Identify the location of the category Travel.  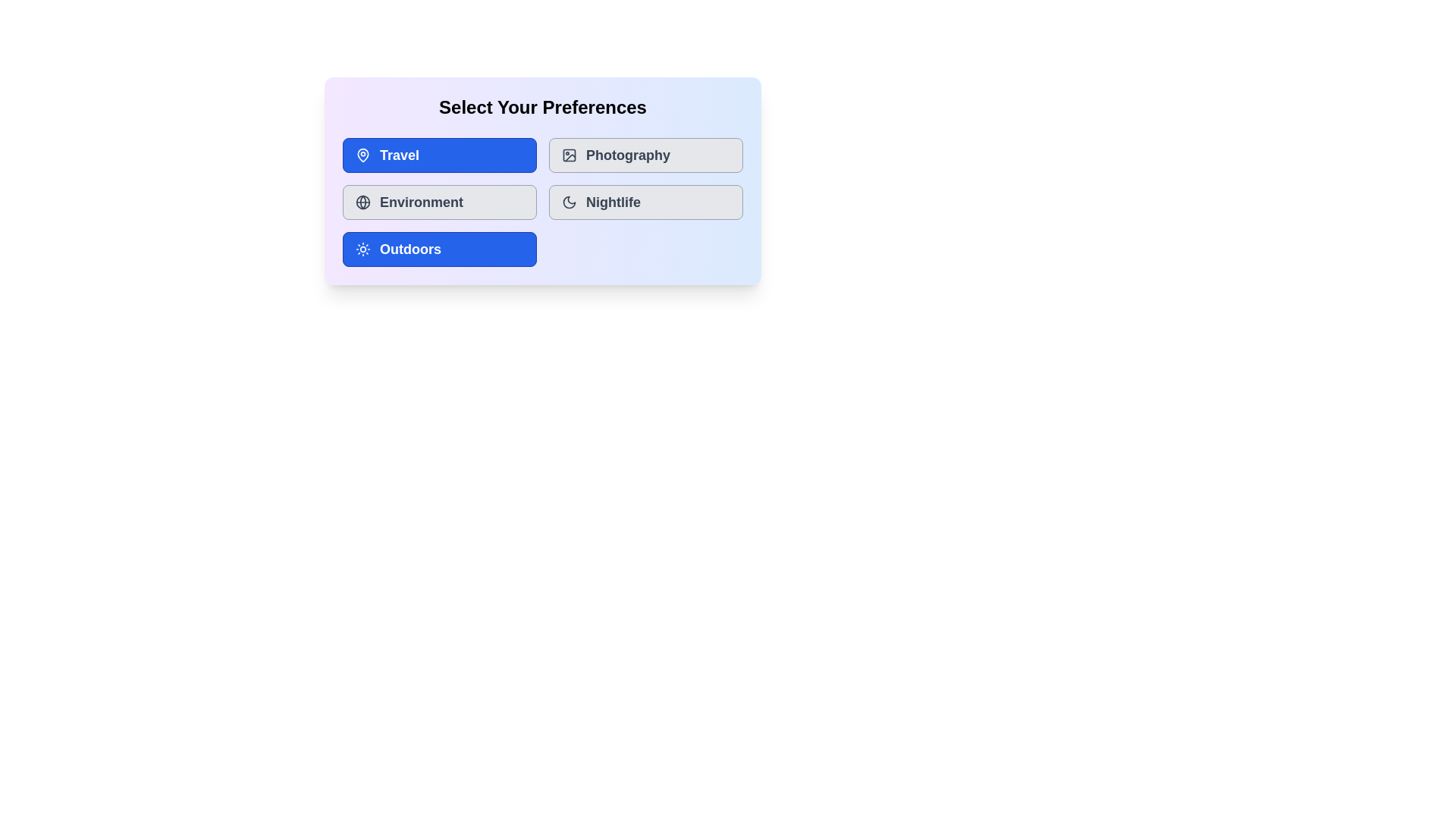
(439, 155).